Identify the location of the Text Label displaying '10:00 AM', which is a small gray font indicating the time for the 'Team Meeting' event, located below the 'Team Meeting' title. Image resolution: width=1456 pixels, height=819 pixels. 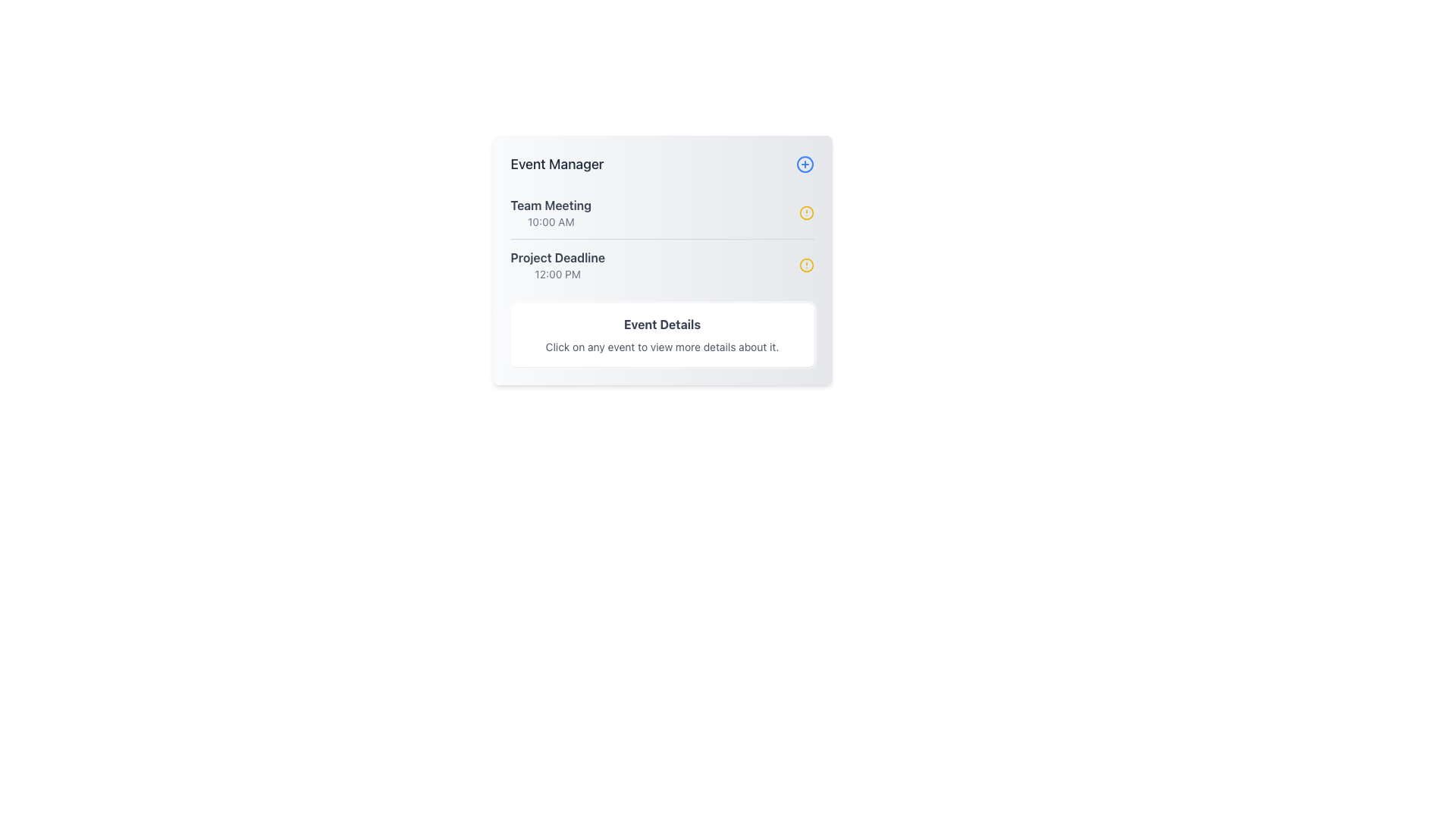
(550, 222).